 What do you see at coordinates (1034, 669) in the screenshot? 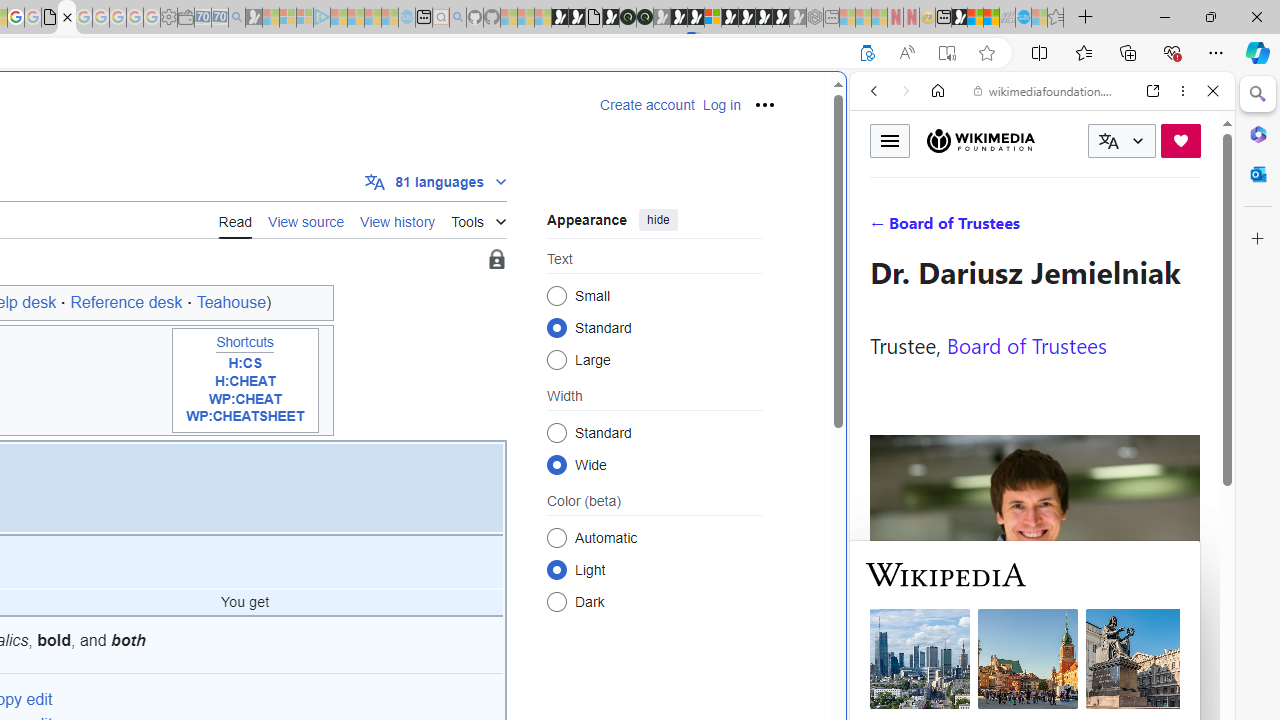
I see `'Wiktionary'` at bounding box center [1034, 669].